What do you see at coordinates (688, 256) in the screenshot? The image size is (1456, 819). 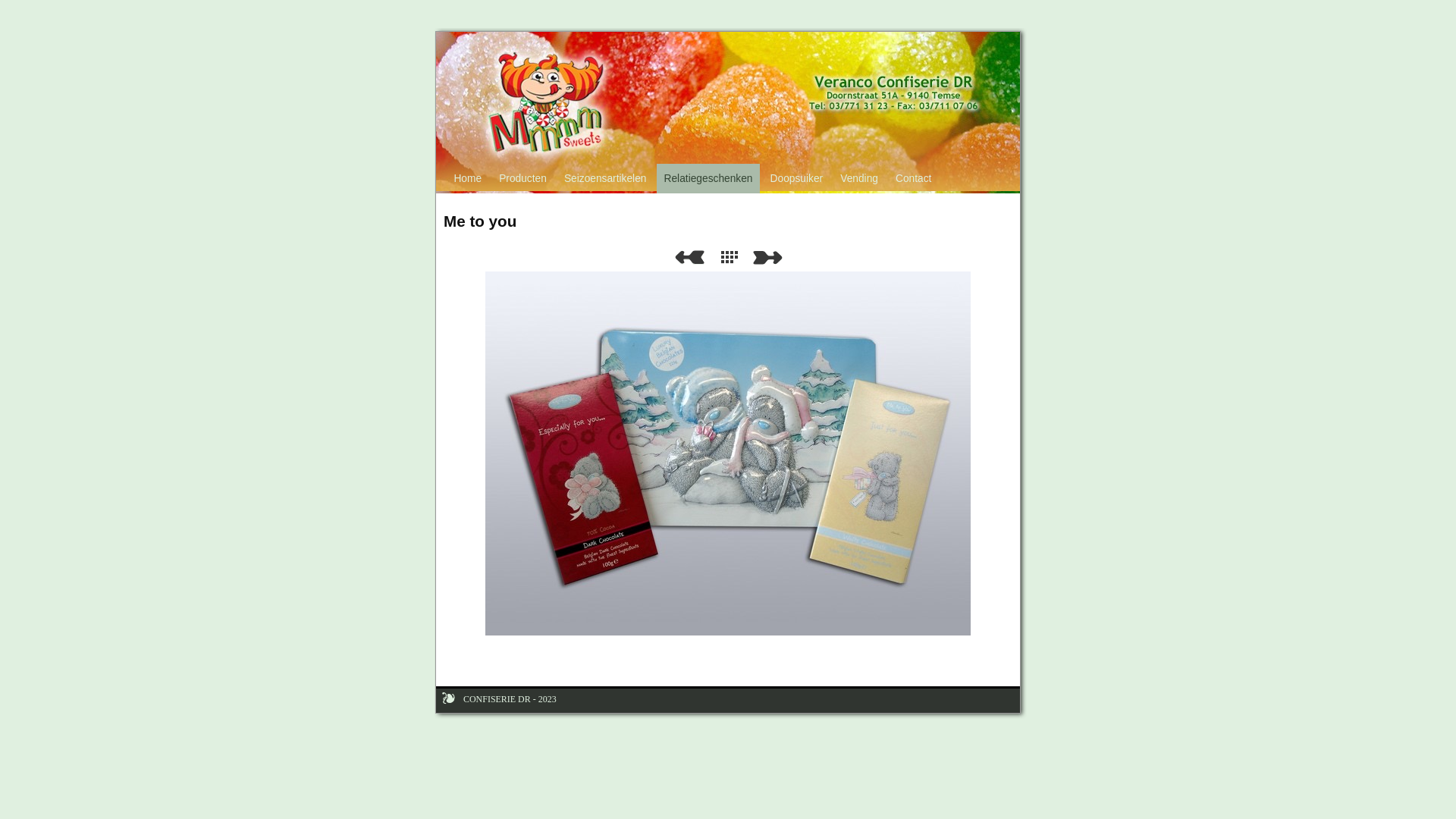 I see `'Previous'` at bounding box center [688, 256].